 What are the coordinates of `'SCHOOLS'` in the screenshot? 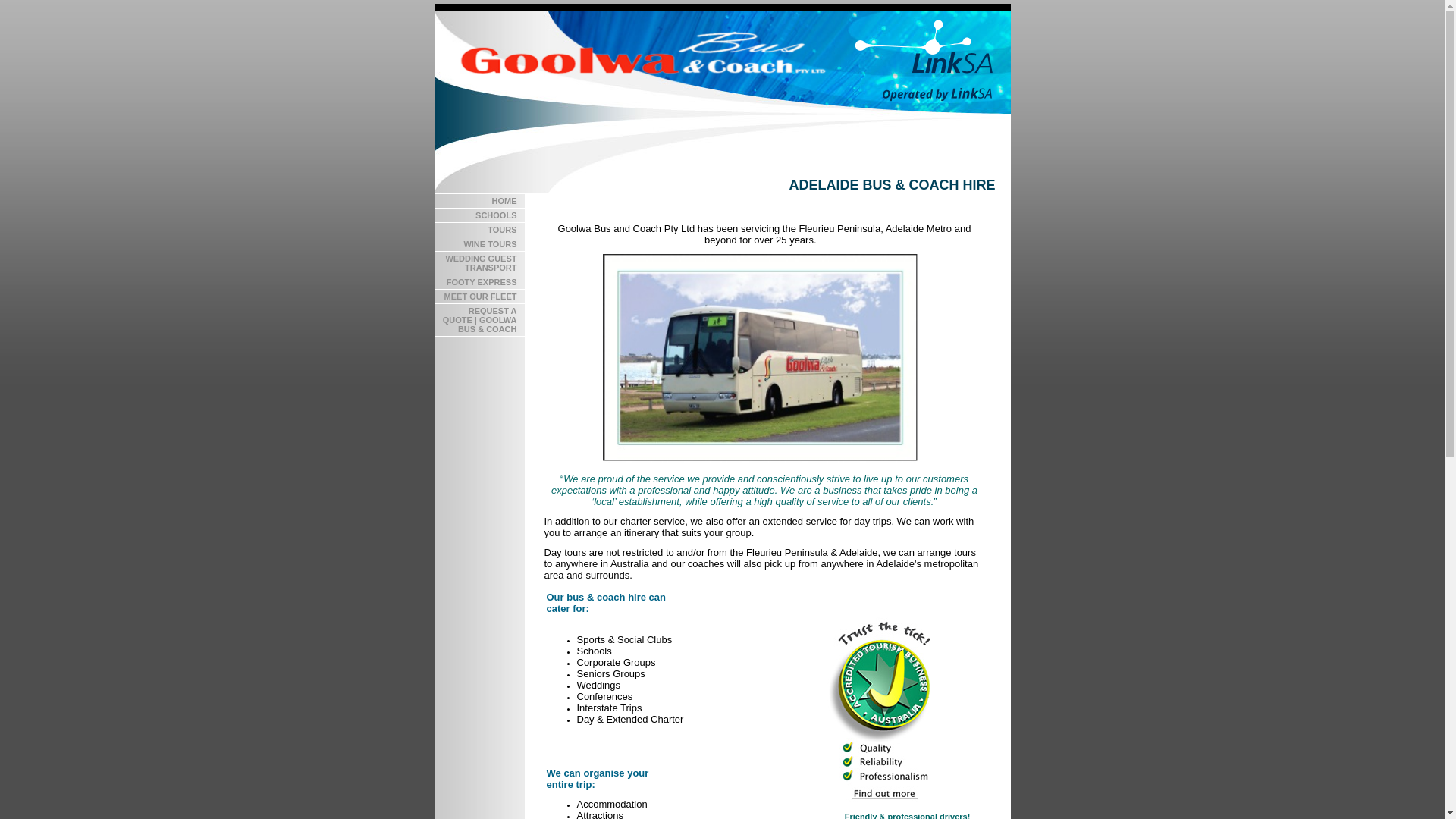 It's located at (478, 215).